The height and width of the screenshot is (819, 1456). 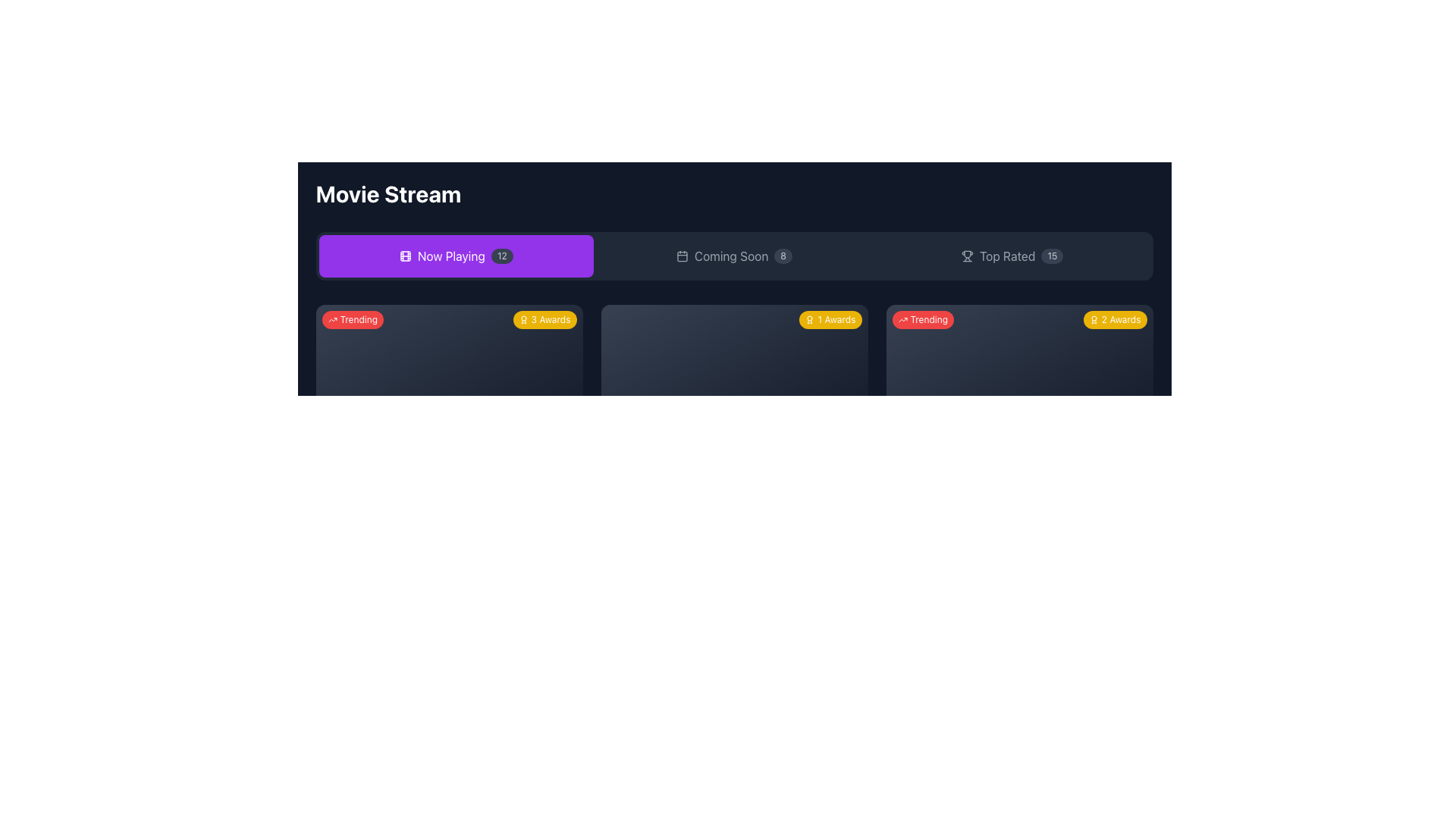 What do you see at coordinates (734, 256) in the screenshot?
I see `the middle button with icon and text, which serves as a navigation option for upcoming features, located between the 'Now Playing' button styled in purple and the 'Top Rated' button` at bounding box center [734, 256].